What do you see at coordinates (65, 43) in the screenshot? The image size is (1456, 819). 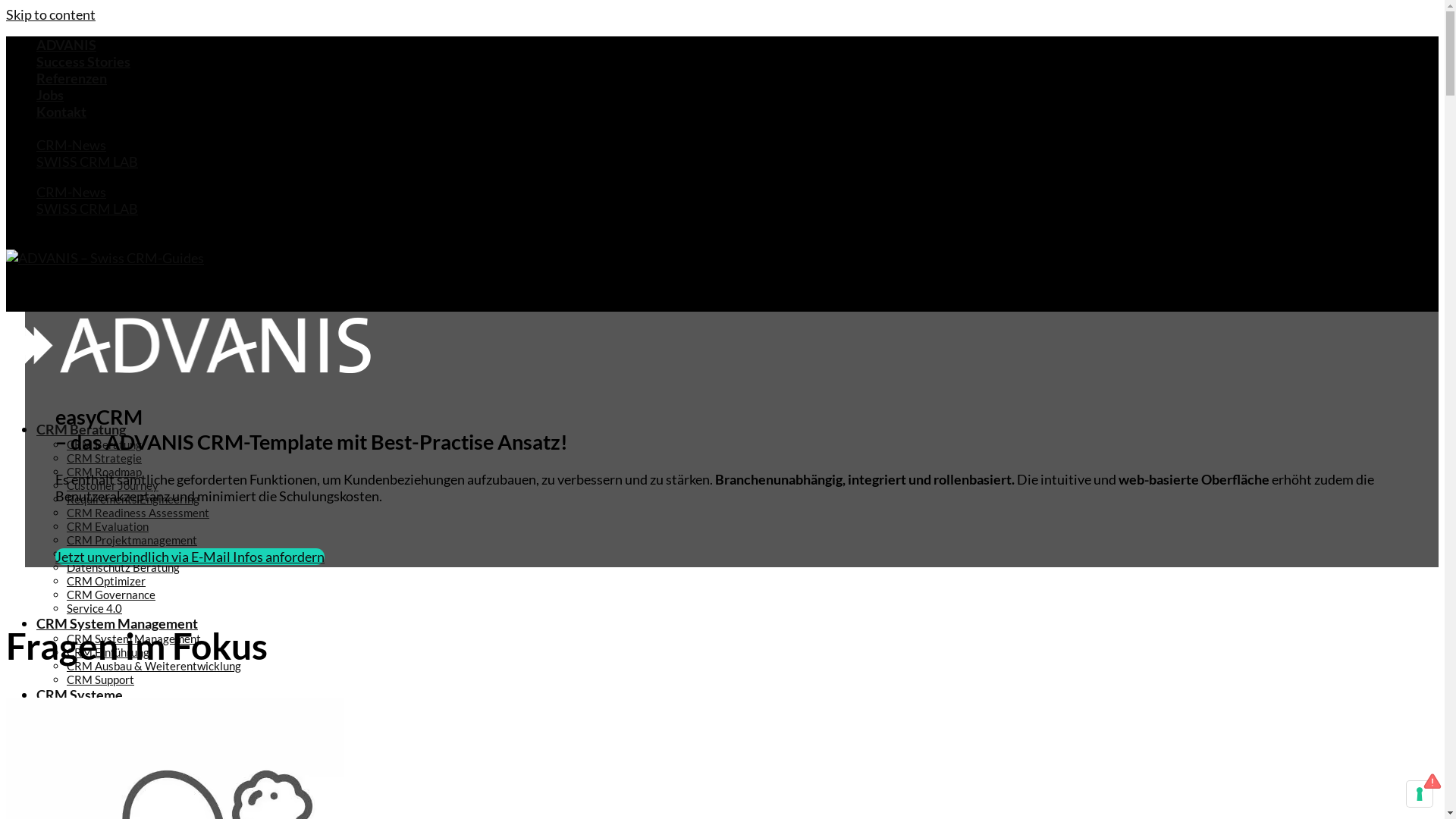 I see `'ADVANIS'` at bounding box center [65, 43].